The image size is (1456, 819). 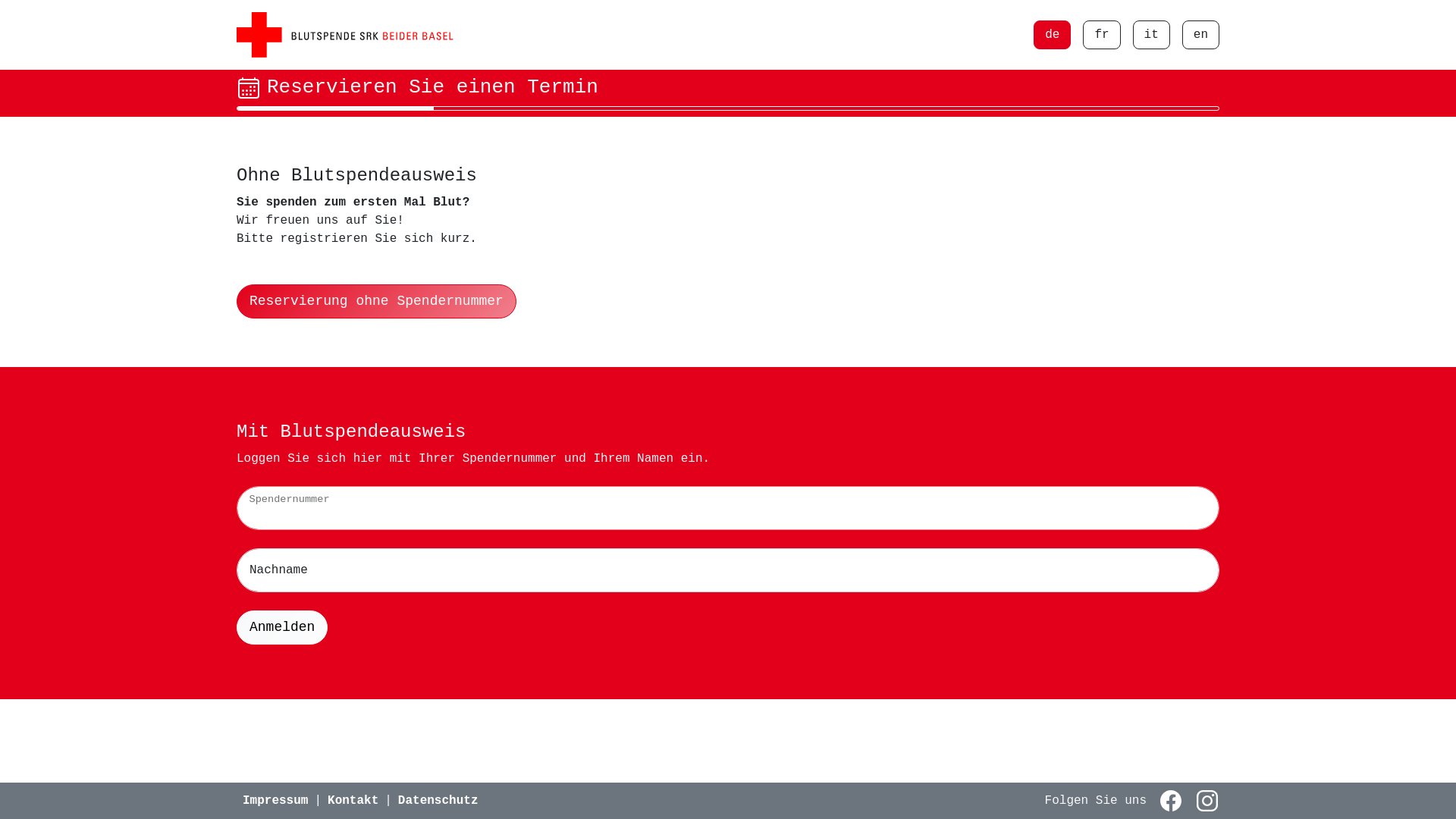 What do you see at coordinates (437, 800) in the screenshot?
I see `'Datenschutz'` at bounding box center [437, 800].